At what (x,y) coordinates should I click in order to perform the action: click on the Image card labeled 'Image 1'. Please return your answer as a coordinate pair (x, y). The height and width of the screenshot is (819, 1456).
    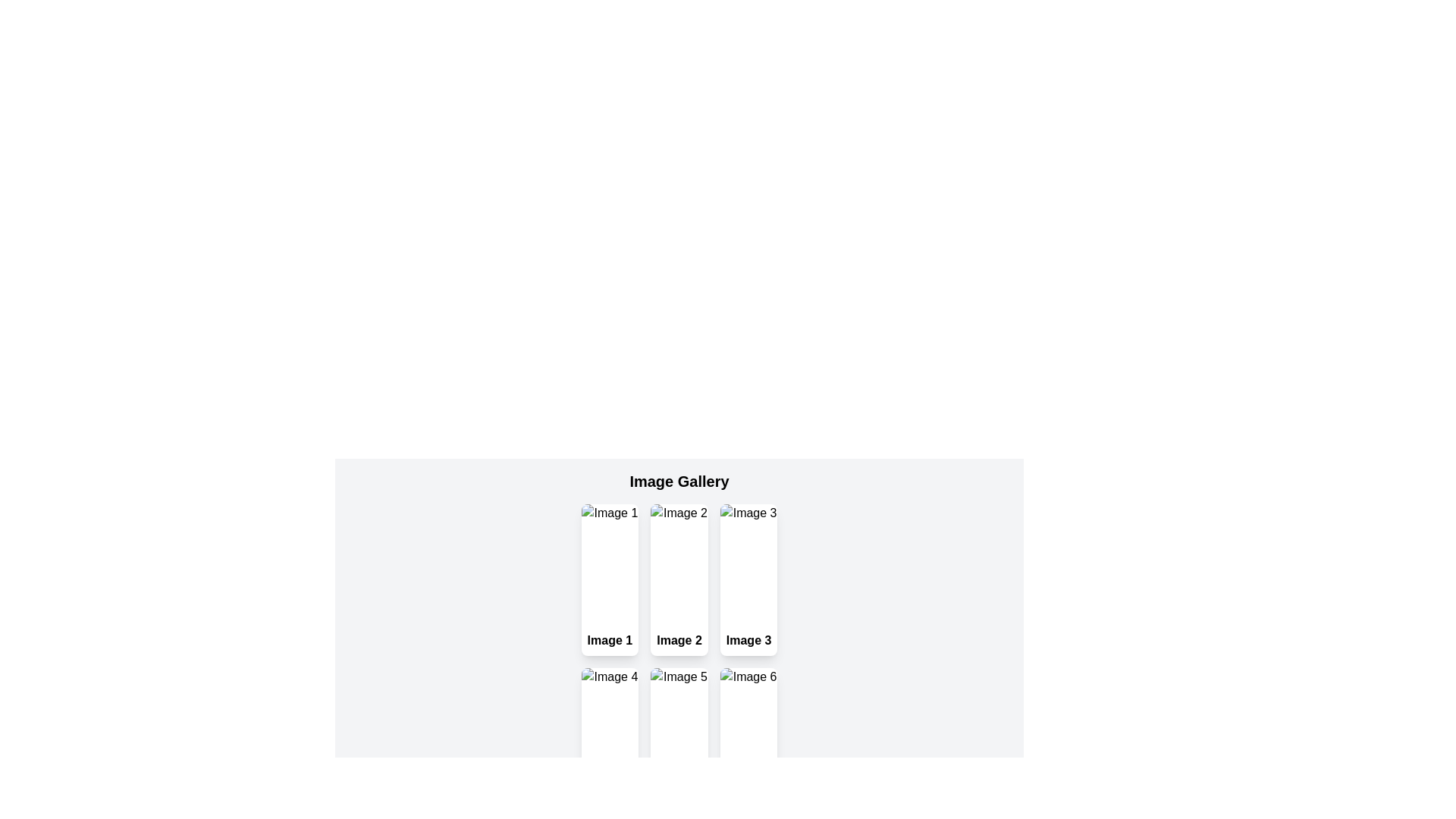
    Looking at the image, I should click on (610, 579).